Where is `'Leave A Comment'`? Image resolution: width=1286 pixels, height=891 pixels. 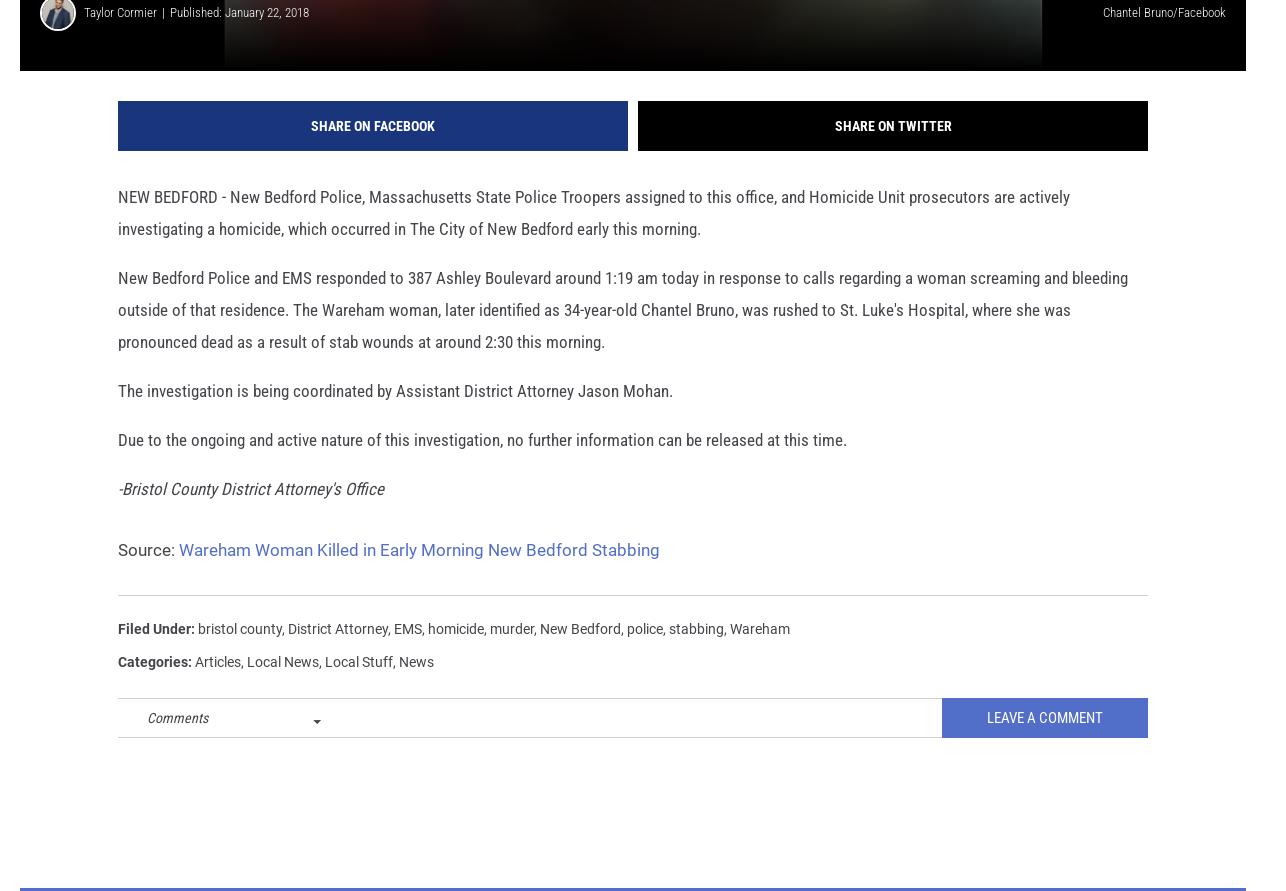 'Leave A Comment' is located at coordinates (1044, 744).